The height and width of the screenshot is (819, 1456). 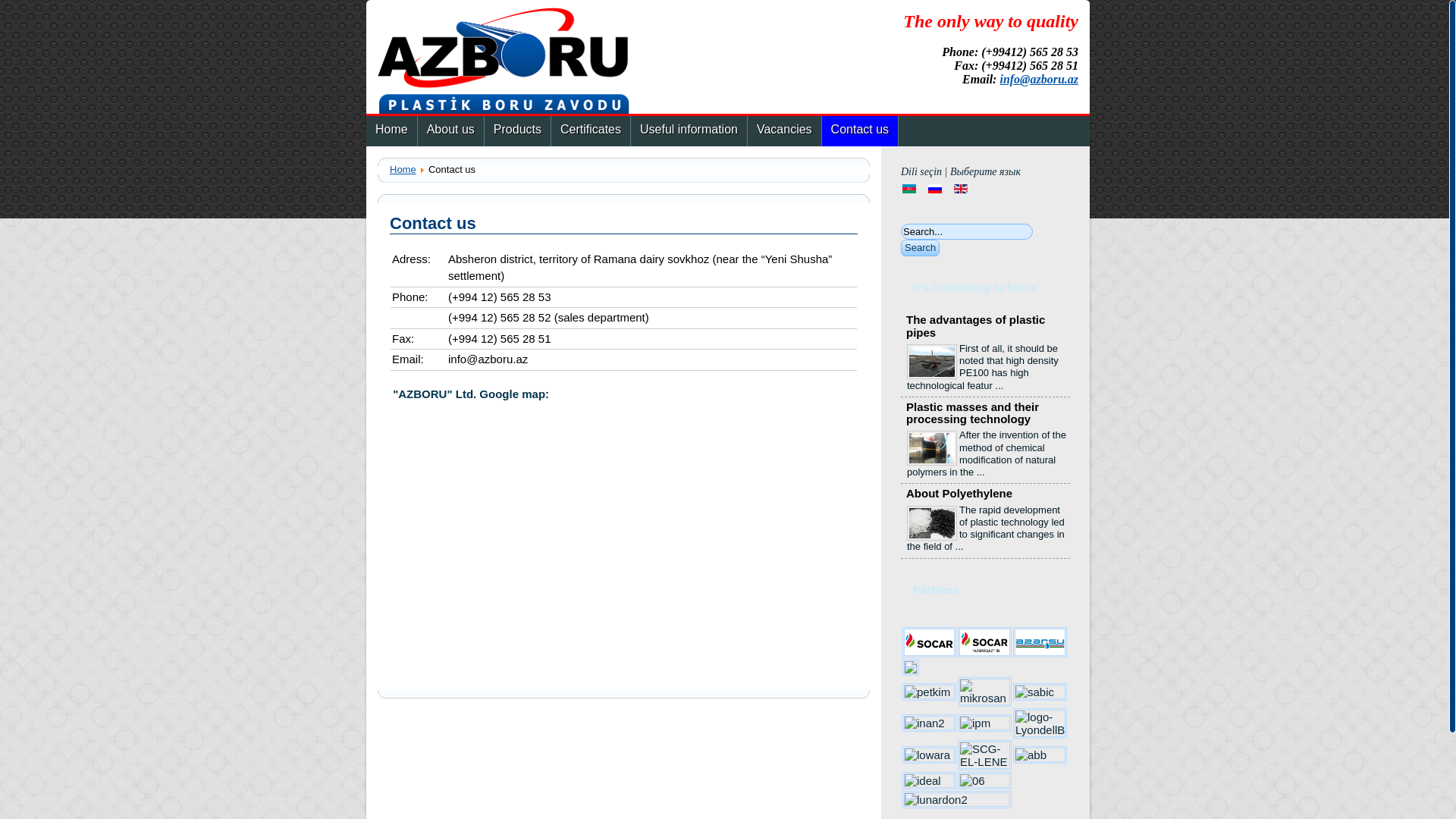 What do you see at coordinates (630, 130) in the screenshot?
I see `'Useful information'` at bounding box center [630, 130].